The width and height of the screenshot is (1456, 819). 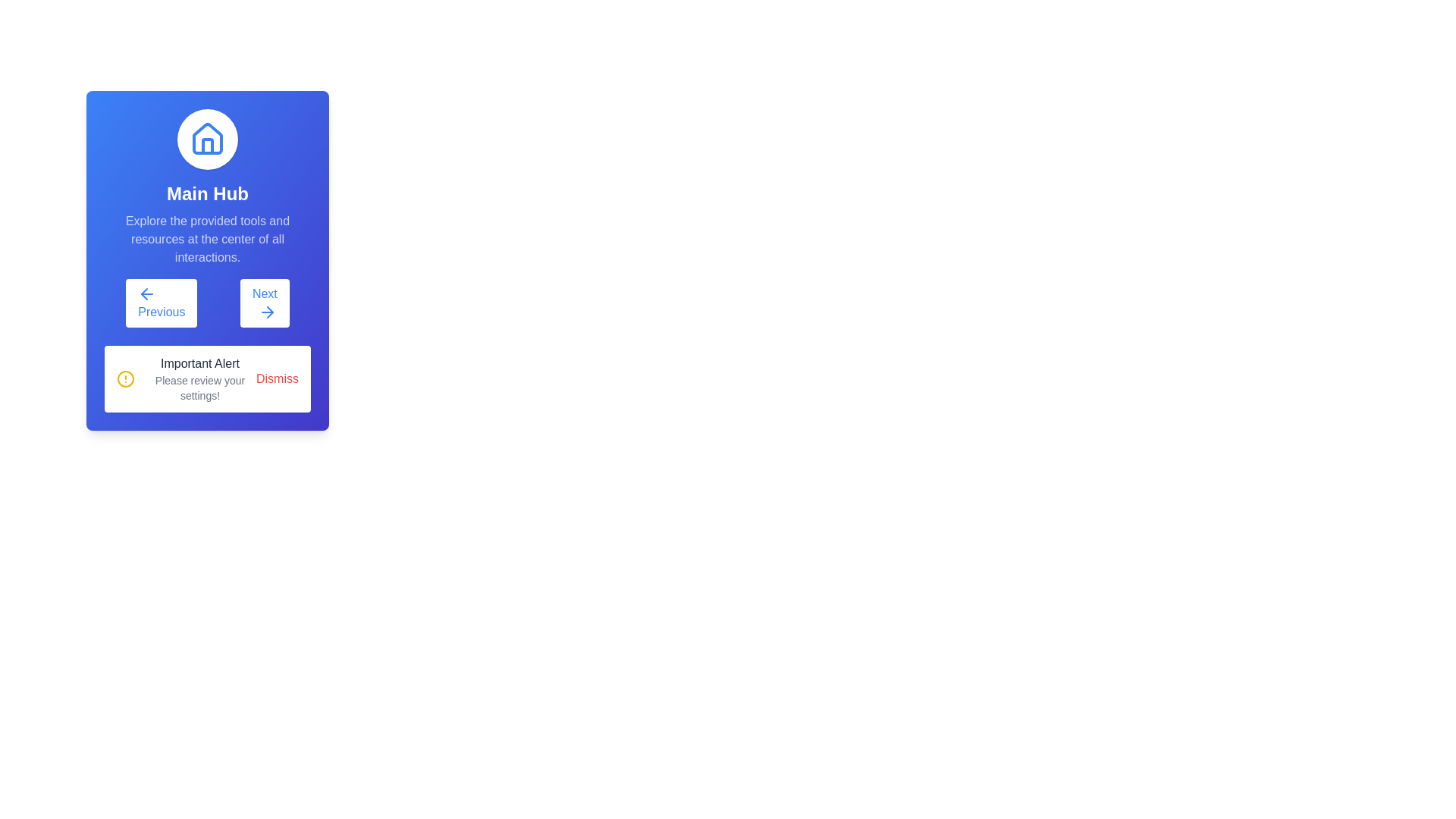 What do you see at coordinates (206, 259) in the screenshot?
I see `informational text from the 'Main Hub' panel which includes the title, subtitle, and alert message` at bounding box center [206, 259].